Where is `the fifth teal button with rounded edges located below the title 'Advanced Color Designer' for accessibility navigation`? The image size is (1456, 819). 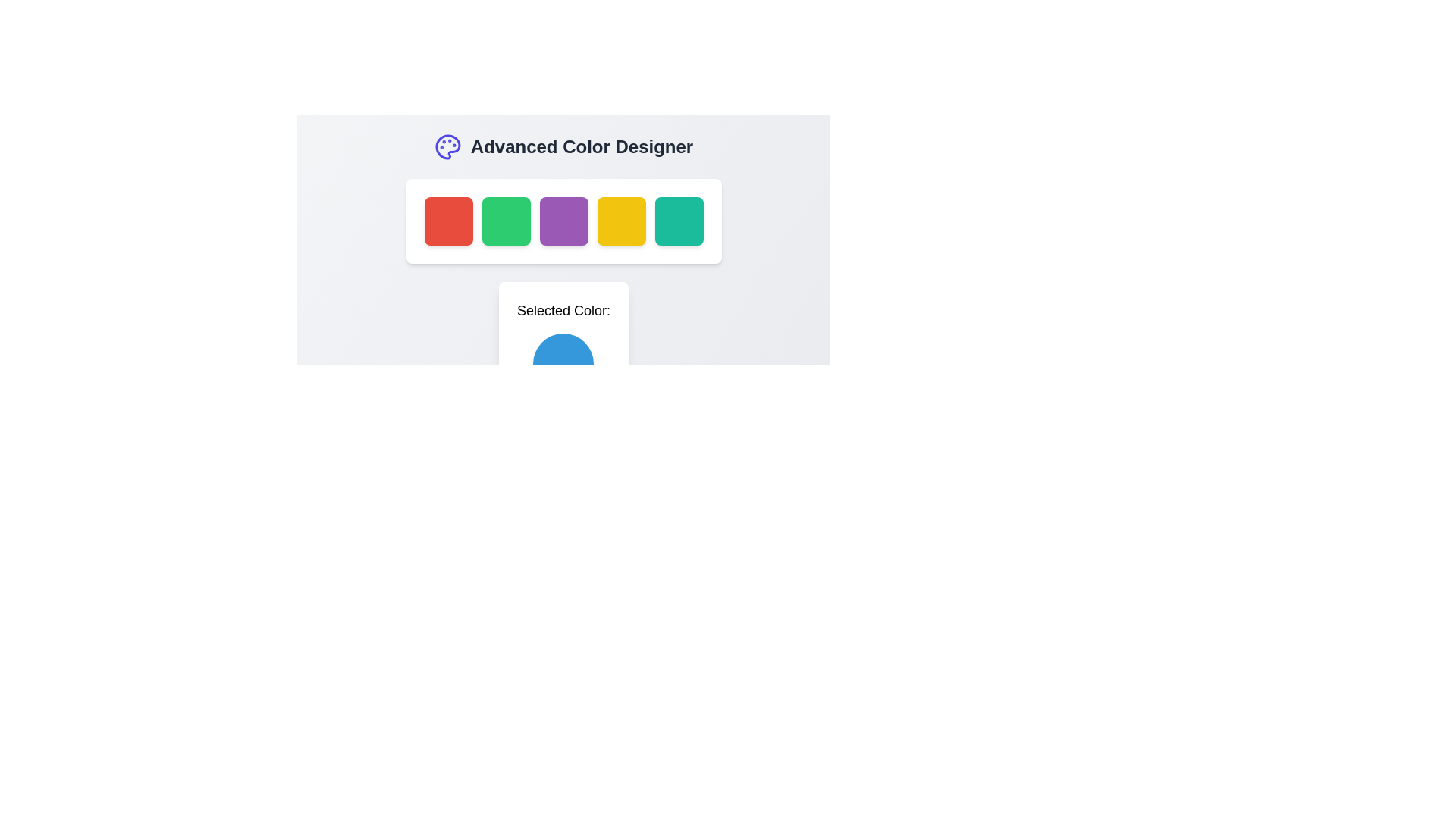
the fifth teal button with rounded edges located below the title 'Advanced Color Designer' for accessibility navigation is located at coordinates (678, 221).